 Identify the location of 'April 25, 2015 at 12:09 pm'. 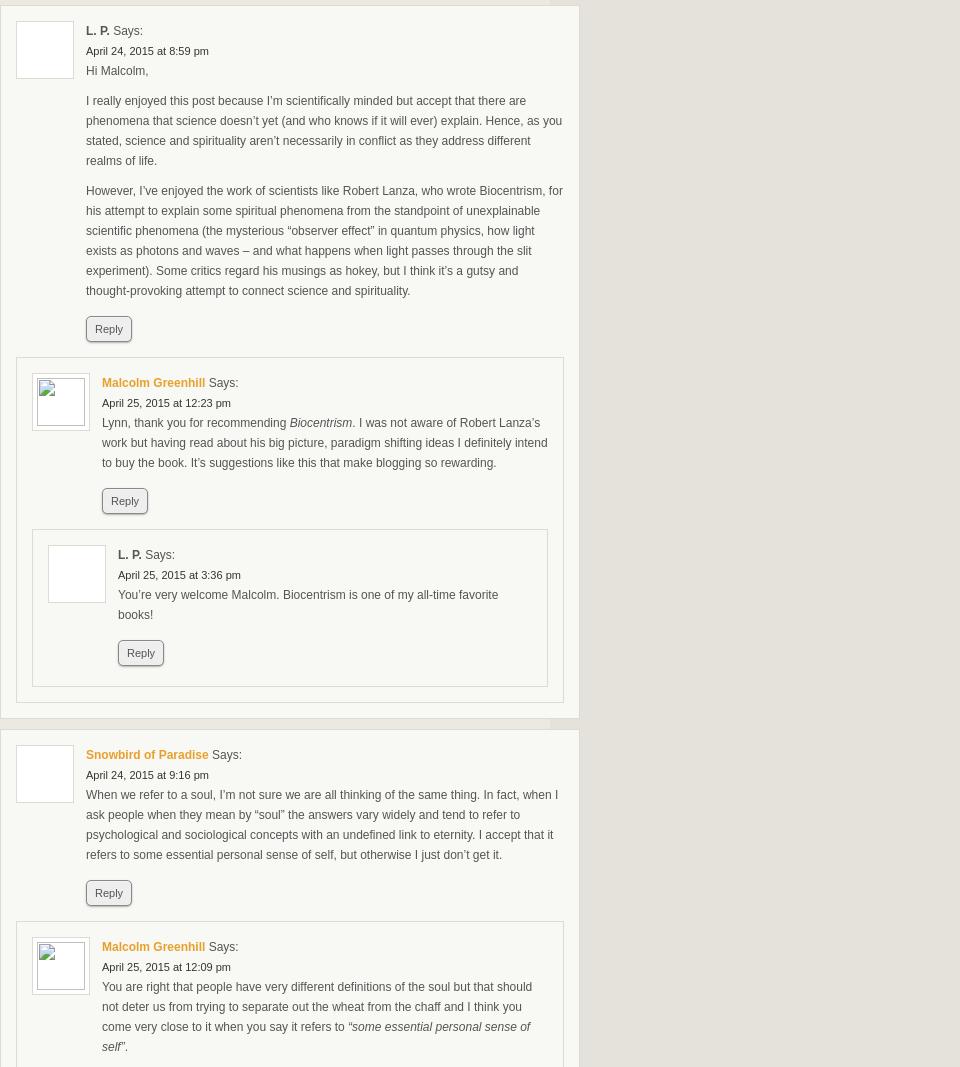
(165, 967).